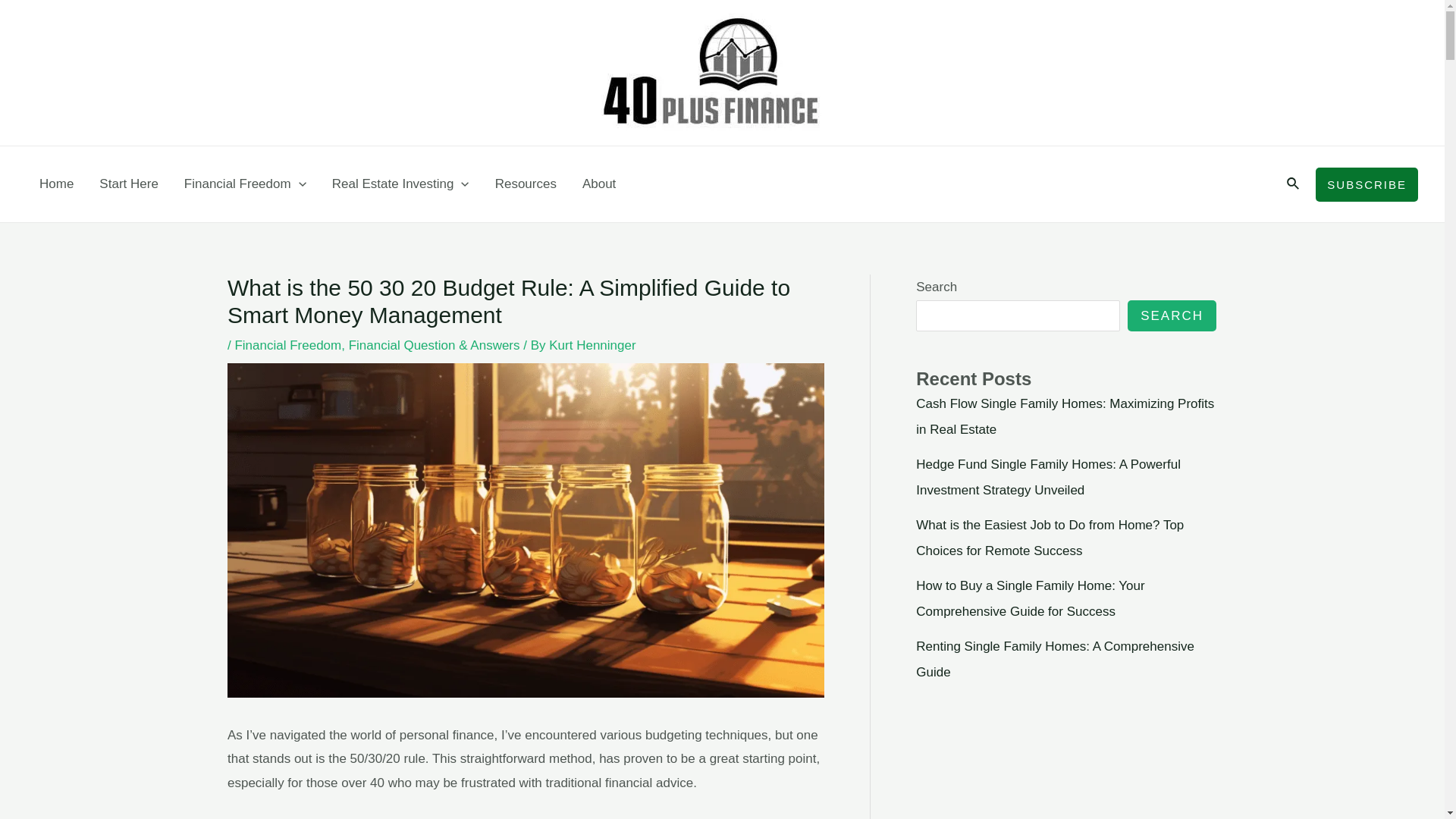 The image size is (1456, 819). I want to click on 'Home', so click(56, 184).